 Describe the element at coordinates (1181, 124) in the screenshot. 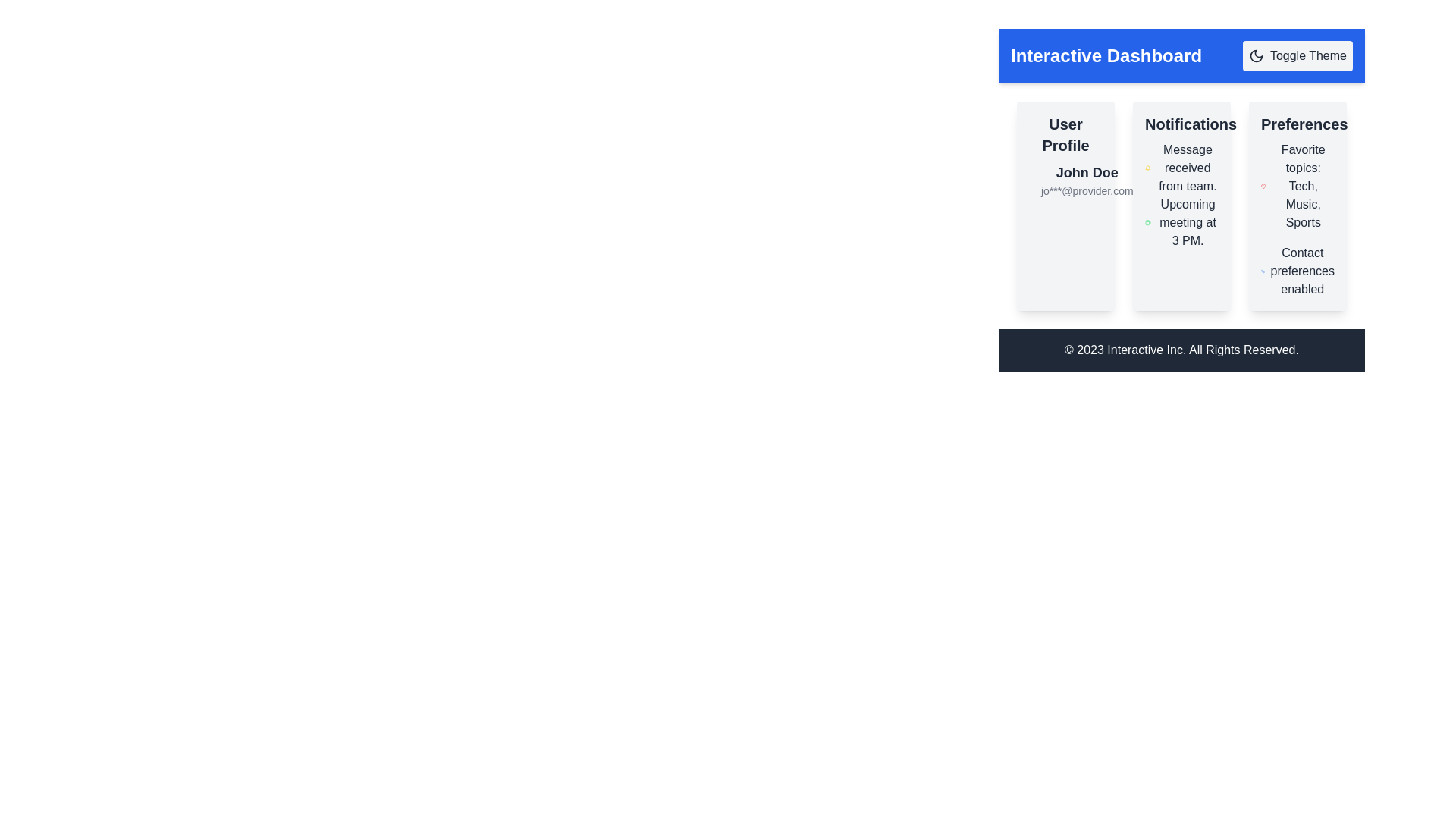

I see `the header text that labels the notification card, located at the top of the second card from the left in the interface` at that location.